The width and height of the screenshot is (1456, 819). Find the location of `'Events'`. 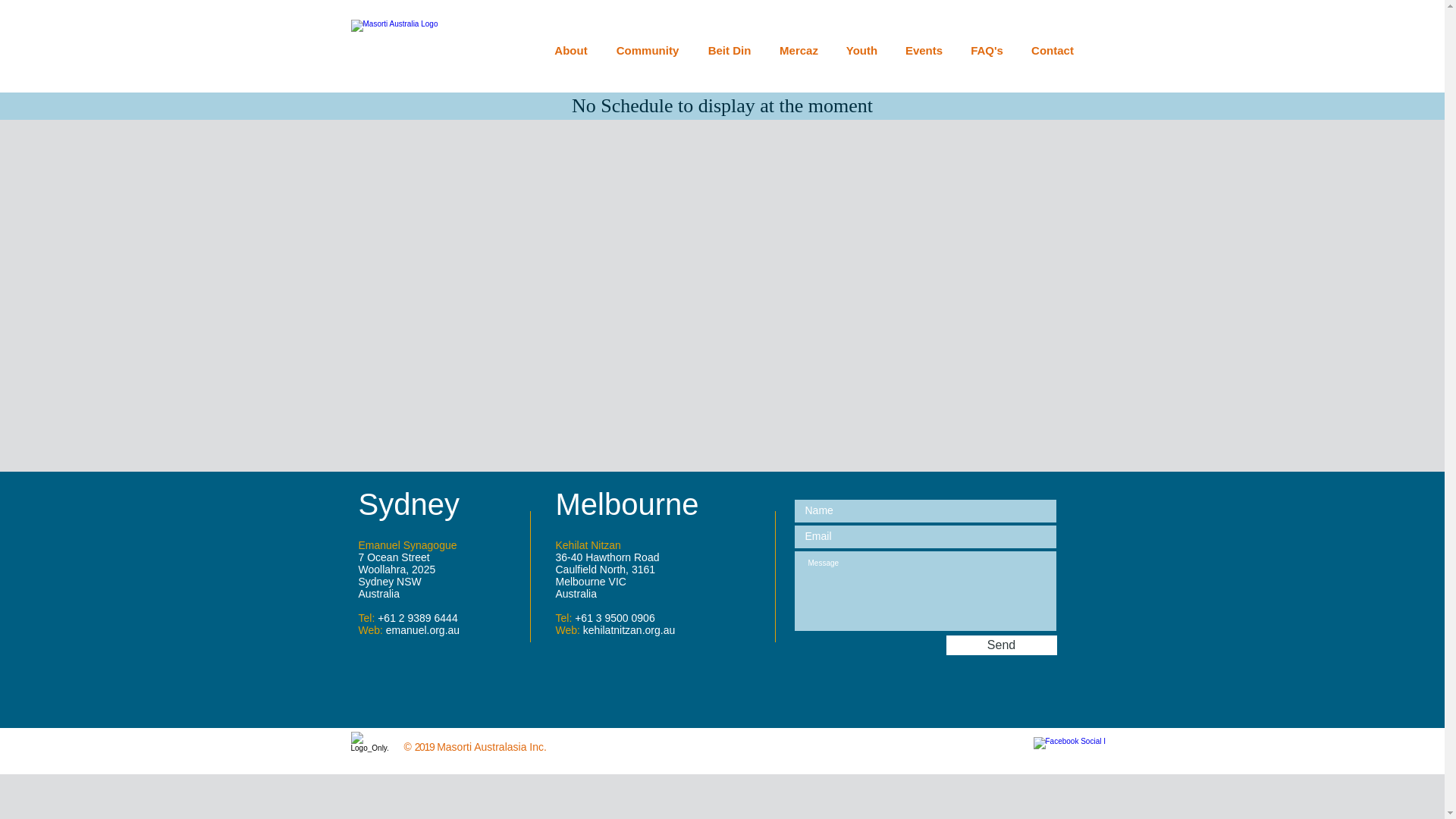

'Events' is located at coordinates (892, 49).